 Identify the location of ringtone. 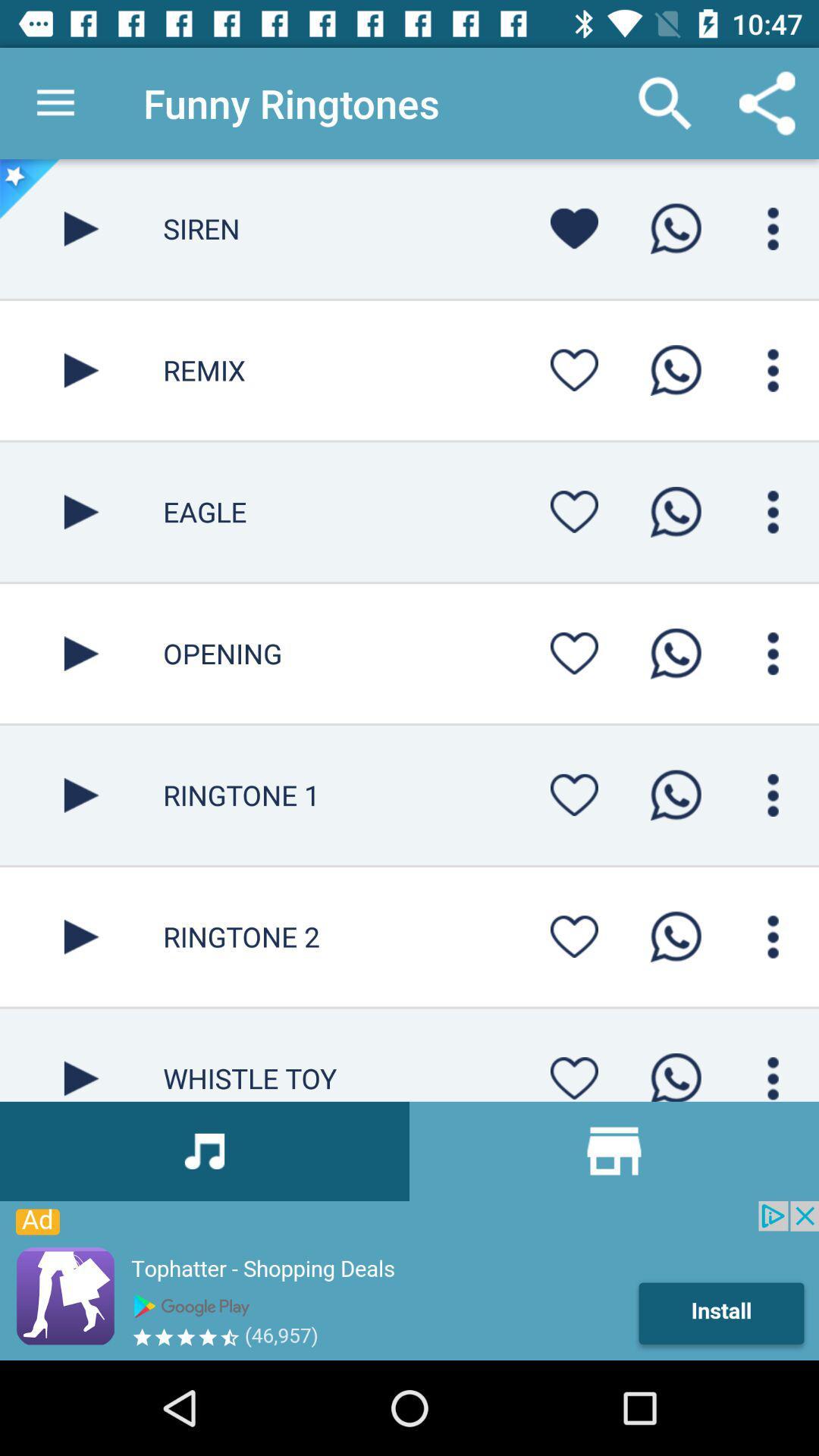
(675, 936).